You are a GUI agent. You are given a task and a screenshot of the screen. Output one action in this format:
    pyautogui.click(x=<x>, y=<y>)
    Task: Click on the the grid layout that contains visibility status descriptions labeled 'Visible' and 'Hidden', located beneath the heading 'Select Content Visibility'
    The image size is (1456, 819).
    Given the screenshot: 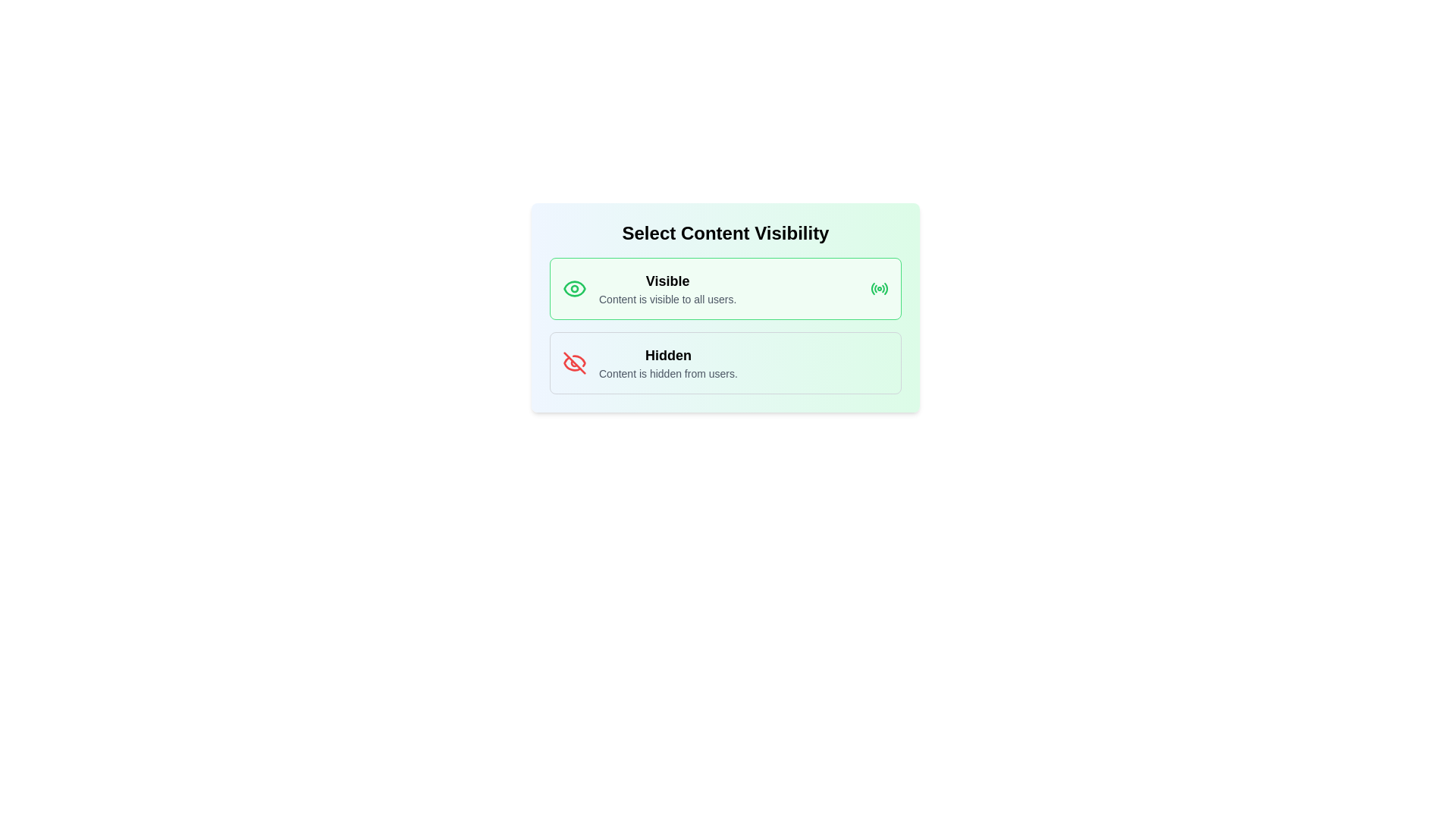 What is the action you would take?
    pyautogui.click(x=724, y=325)
    